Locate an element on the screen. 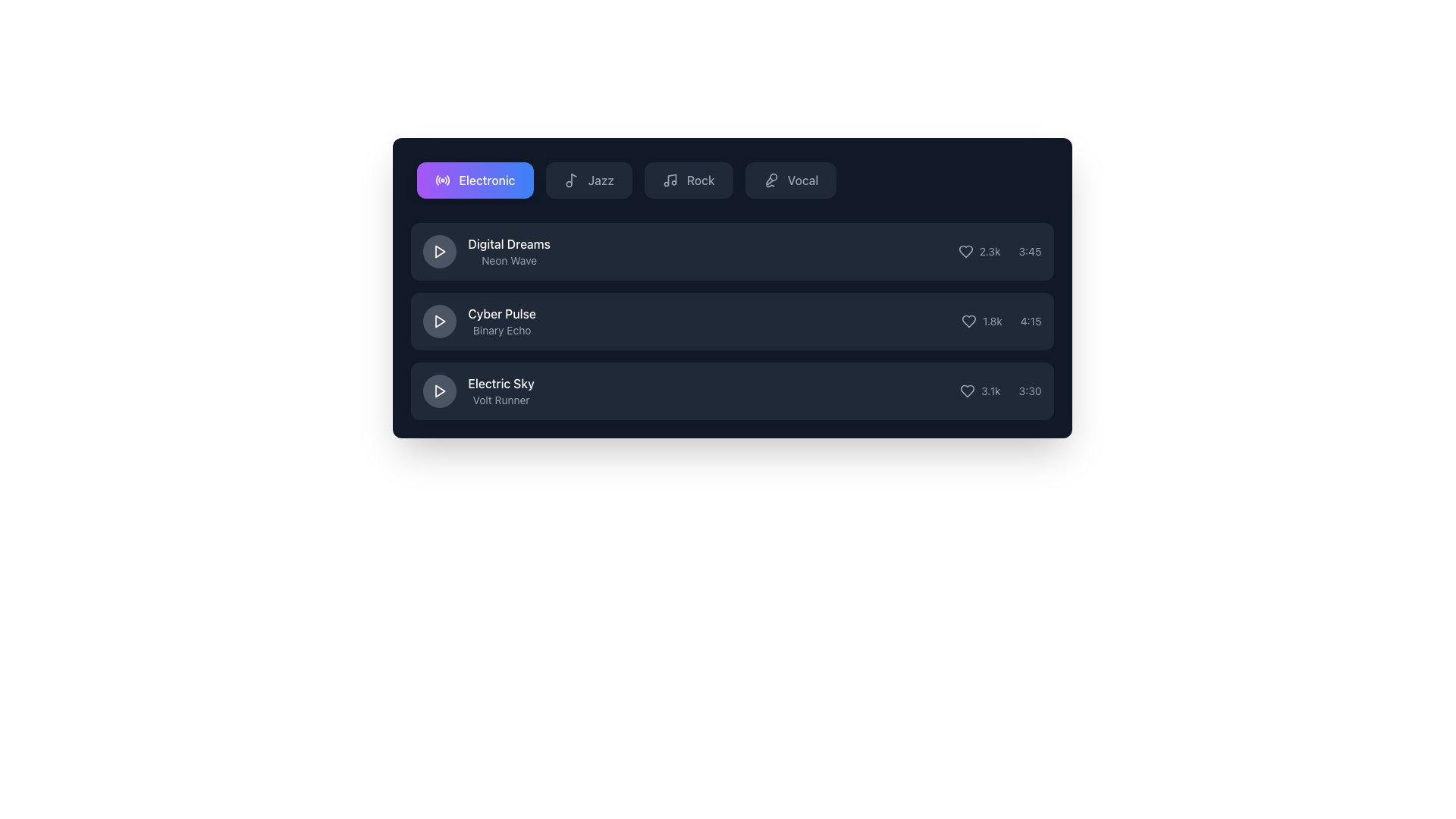 Image resolution: width=1456 pixels, height=819 pixels. the heart-shaped icon button located on the right side of the 'Cyber Pulse' media item, which indicates user interaction like liking or favoriting is located at coordinates (968, 321).